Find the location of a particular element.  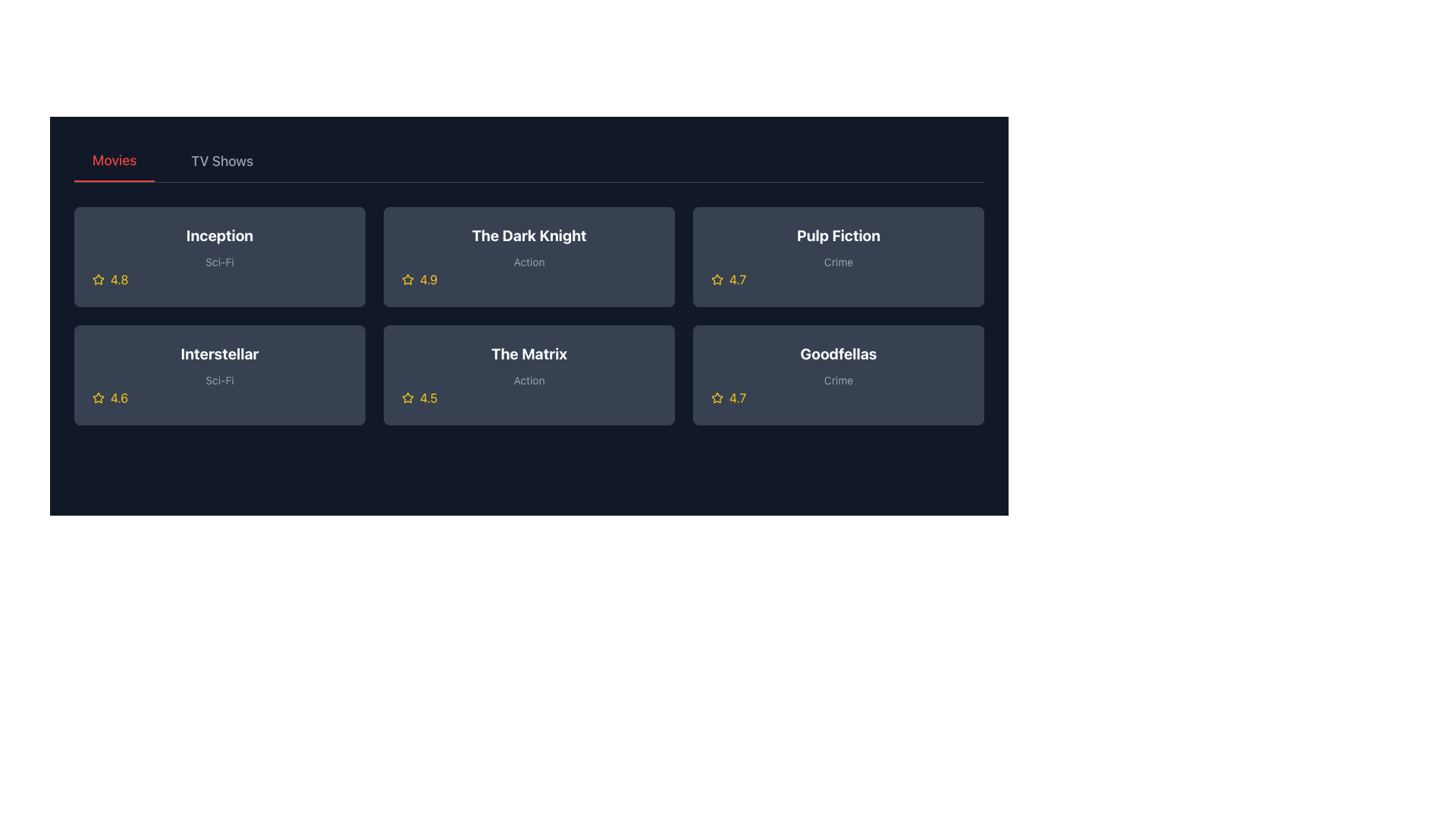

the movie card displaying 'The Matrix', which is a dark gray, rounded rectangle with the title in bold white text and a yellow star rating of 4.5 is located at coordinates (529, 375).